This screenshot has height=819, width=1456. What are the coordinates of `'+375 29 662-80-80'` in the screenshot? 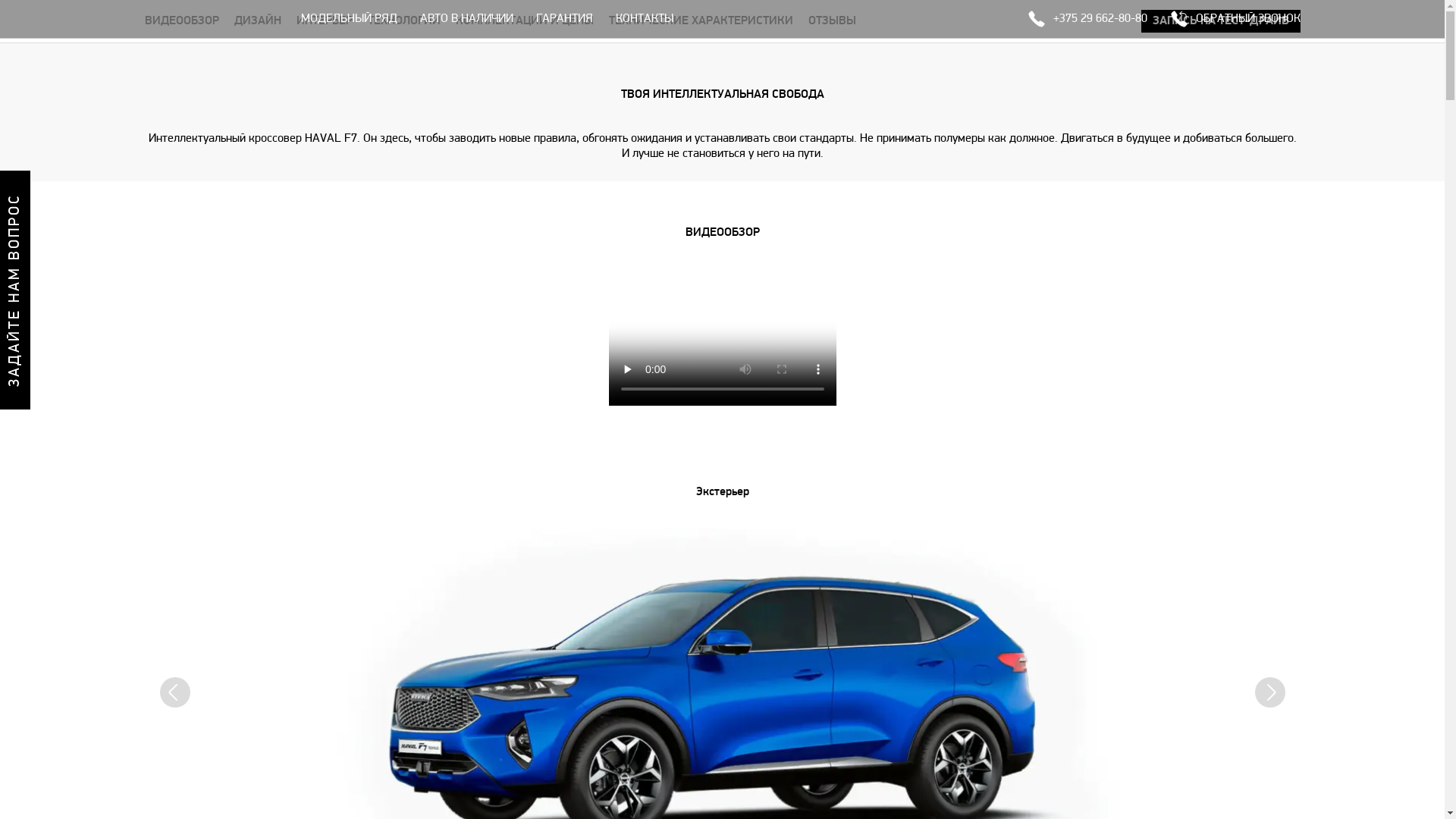 It's located at (1026, 18).